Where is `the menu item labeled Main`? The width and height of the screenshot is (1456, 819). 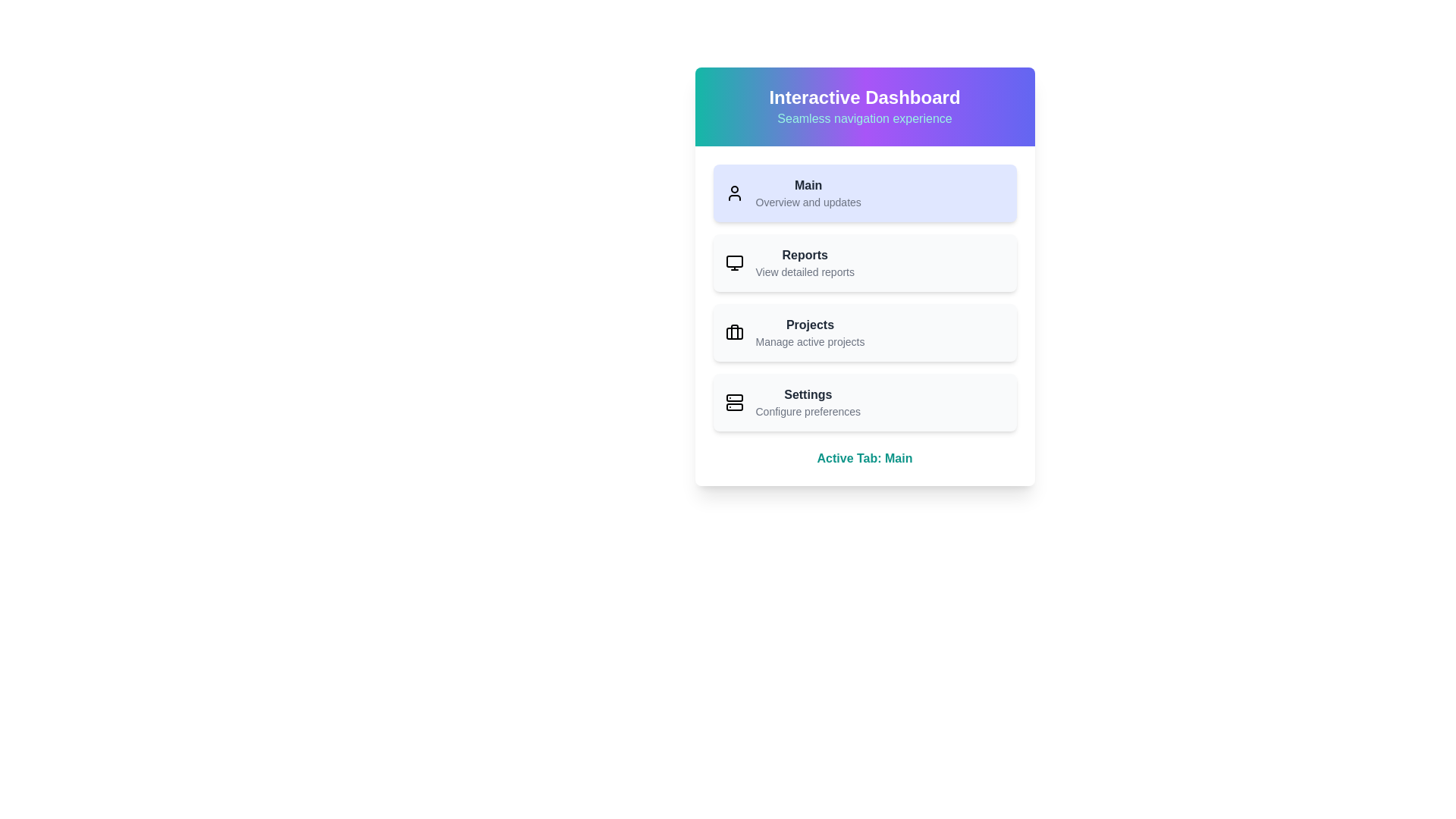
the menu item labeled Main is located at coordinates (864, 192).